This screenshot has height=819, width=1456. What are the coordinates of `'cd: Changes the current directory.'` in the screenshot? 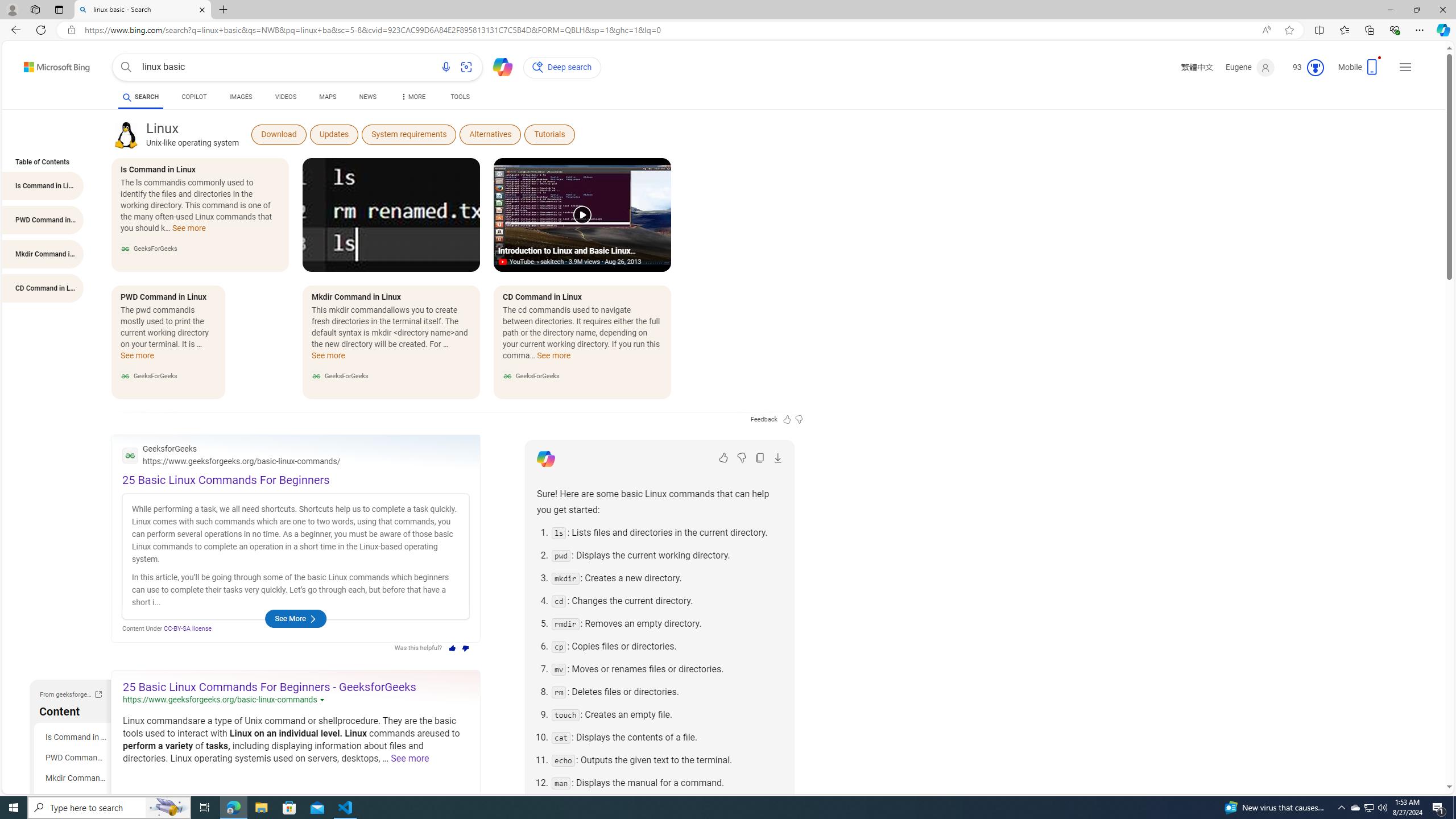 It's located at (666, 601).